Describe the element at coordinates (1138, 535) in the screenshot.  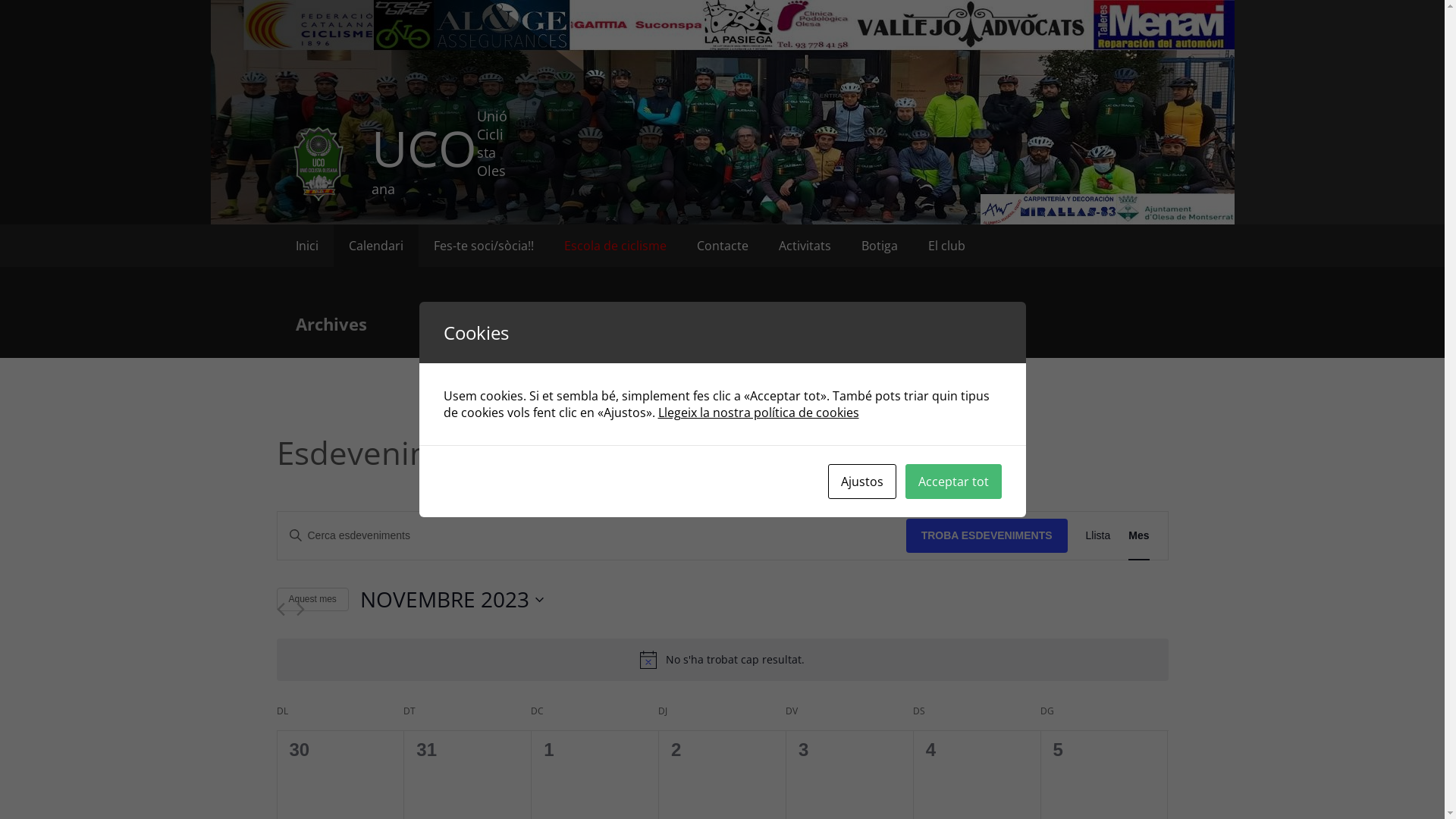
I see `'Mes'` at that location.